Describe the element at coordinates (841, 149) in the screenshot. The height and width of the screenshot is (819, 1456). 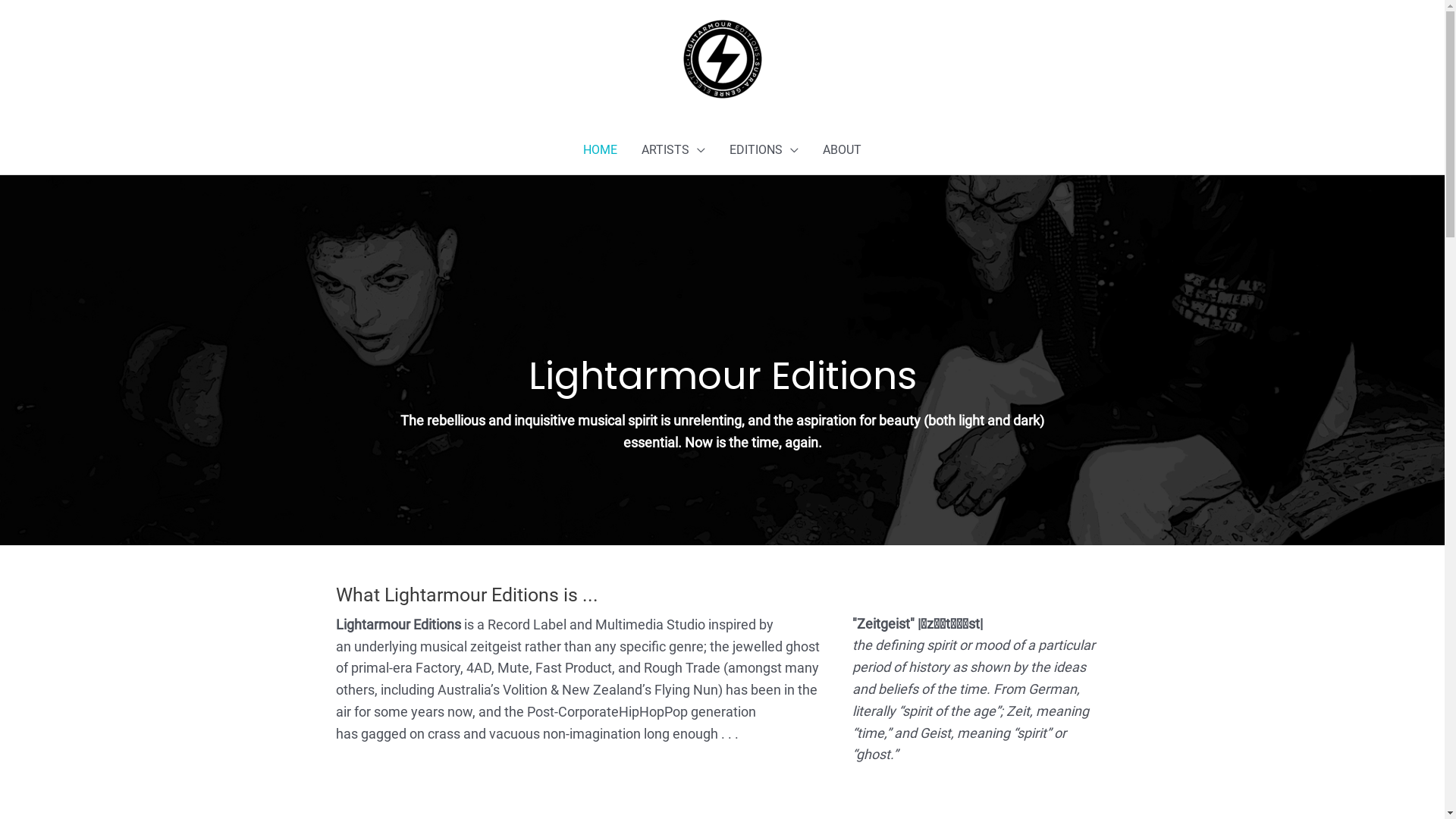
I see `'ABOUT'` at that location.